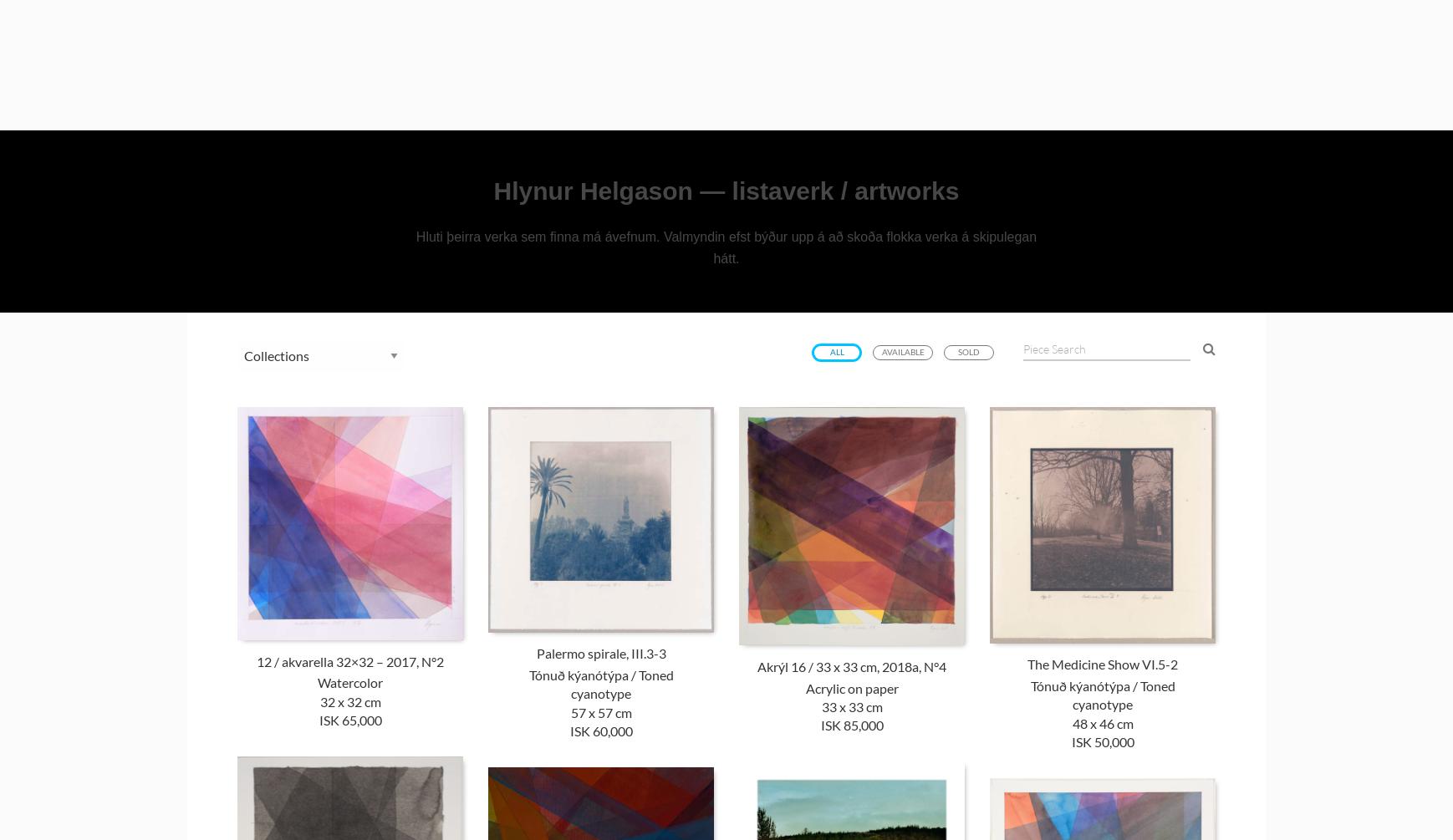  What do you see at coordinates (798, 242) in the screenshot?
I see `'Vatnslitur / Aquarelle'` at bounding box center [798, 242].